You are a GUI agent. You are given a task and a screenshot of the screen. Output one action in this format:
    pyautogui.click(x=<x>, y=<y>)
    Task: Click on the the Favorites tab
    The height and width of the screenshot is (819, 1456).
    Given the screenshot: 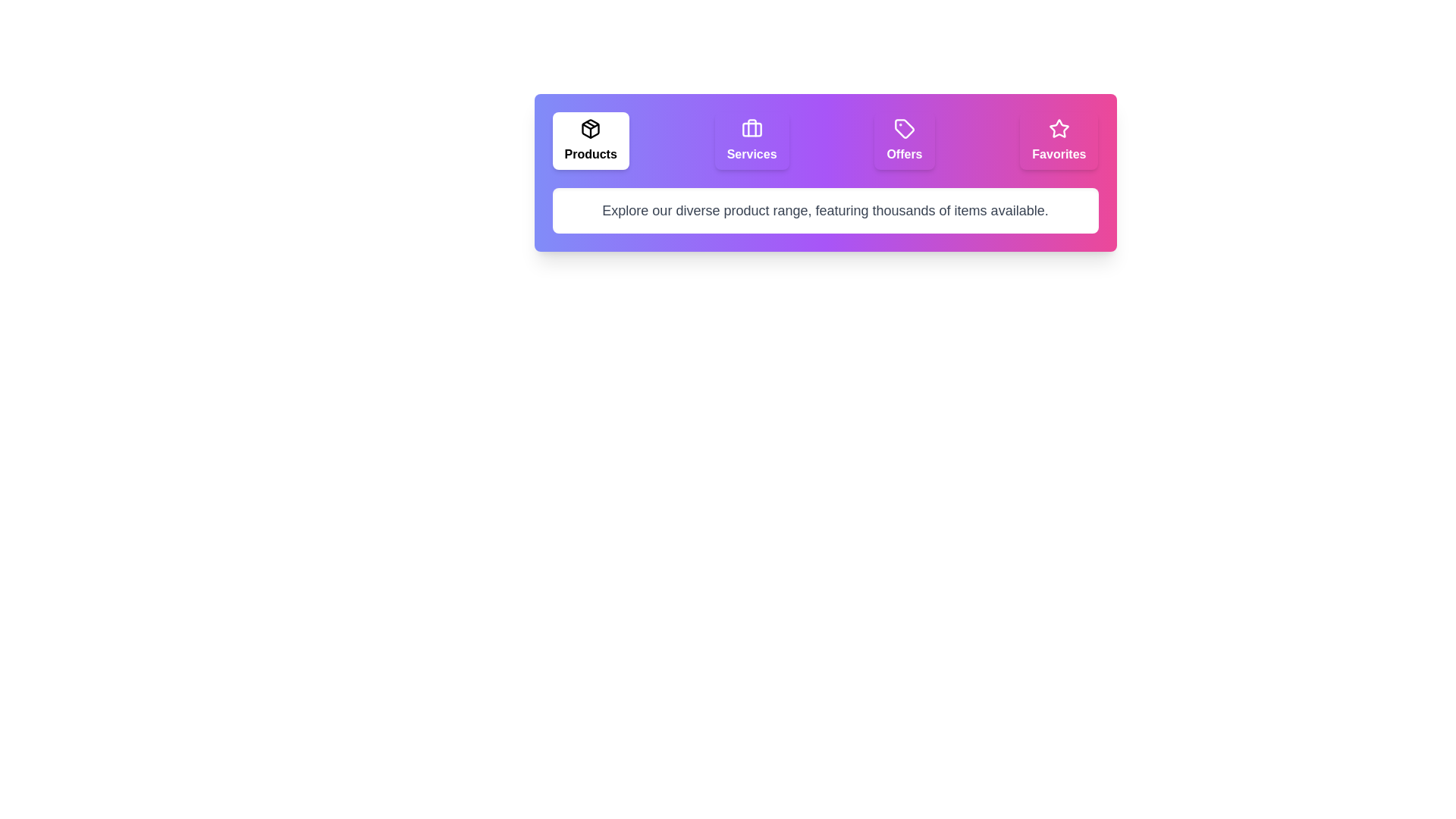 What is the action you would take?
    pyautogui.click(x=1058, y=140)
    